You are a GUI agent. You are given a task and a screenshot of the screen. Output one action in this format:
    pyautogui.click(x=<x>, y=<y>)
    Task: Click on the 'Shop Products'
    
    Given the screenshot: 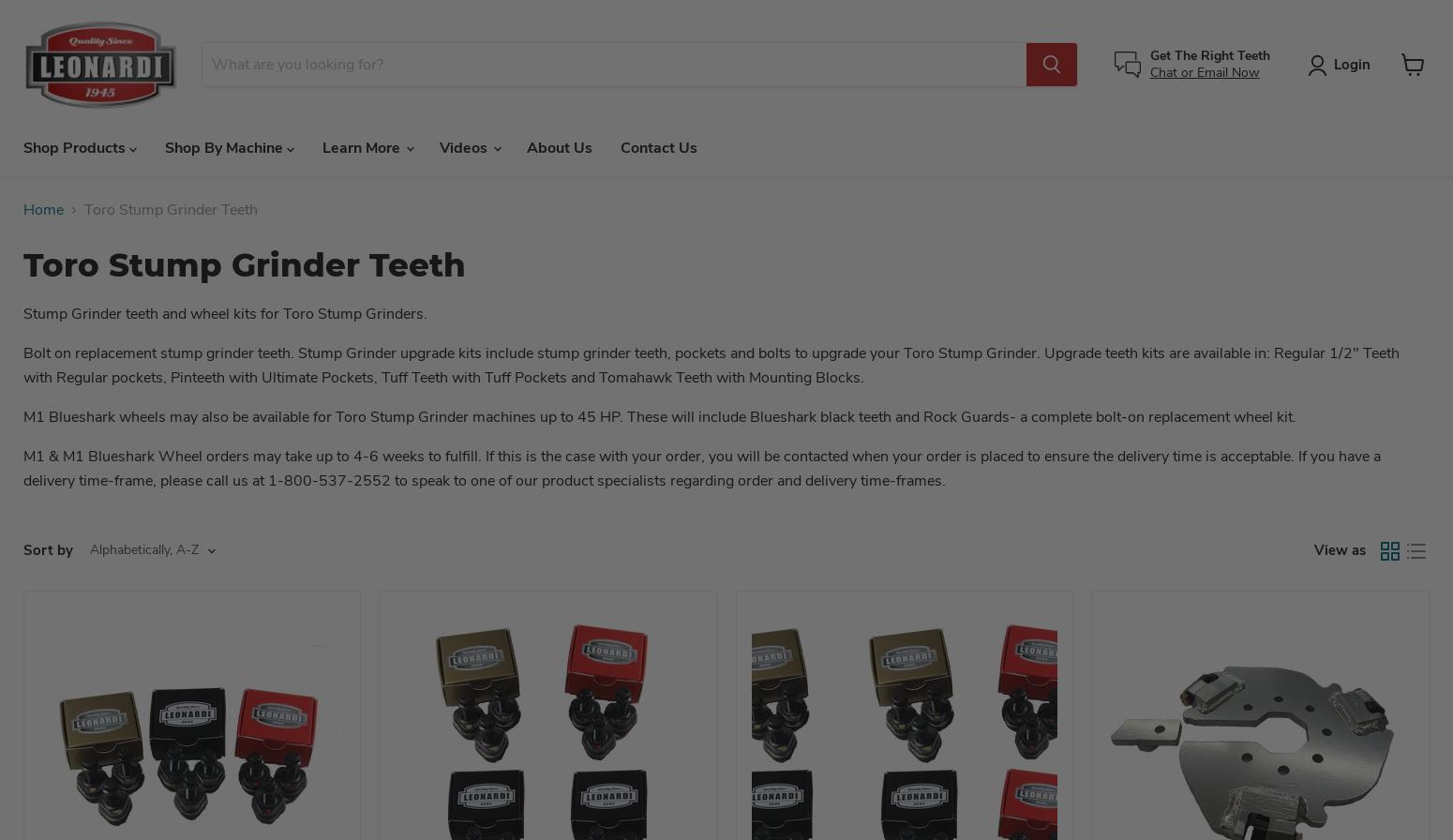 What is the action you would take?
    pyautogui.click(x=76, y=146)
    